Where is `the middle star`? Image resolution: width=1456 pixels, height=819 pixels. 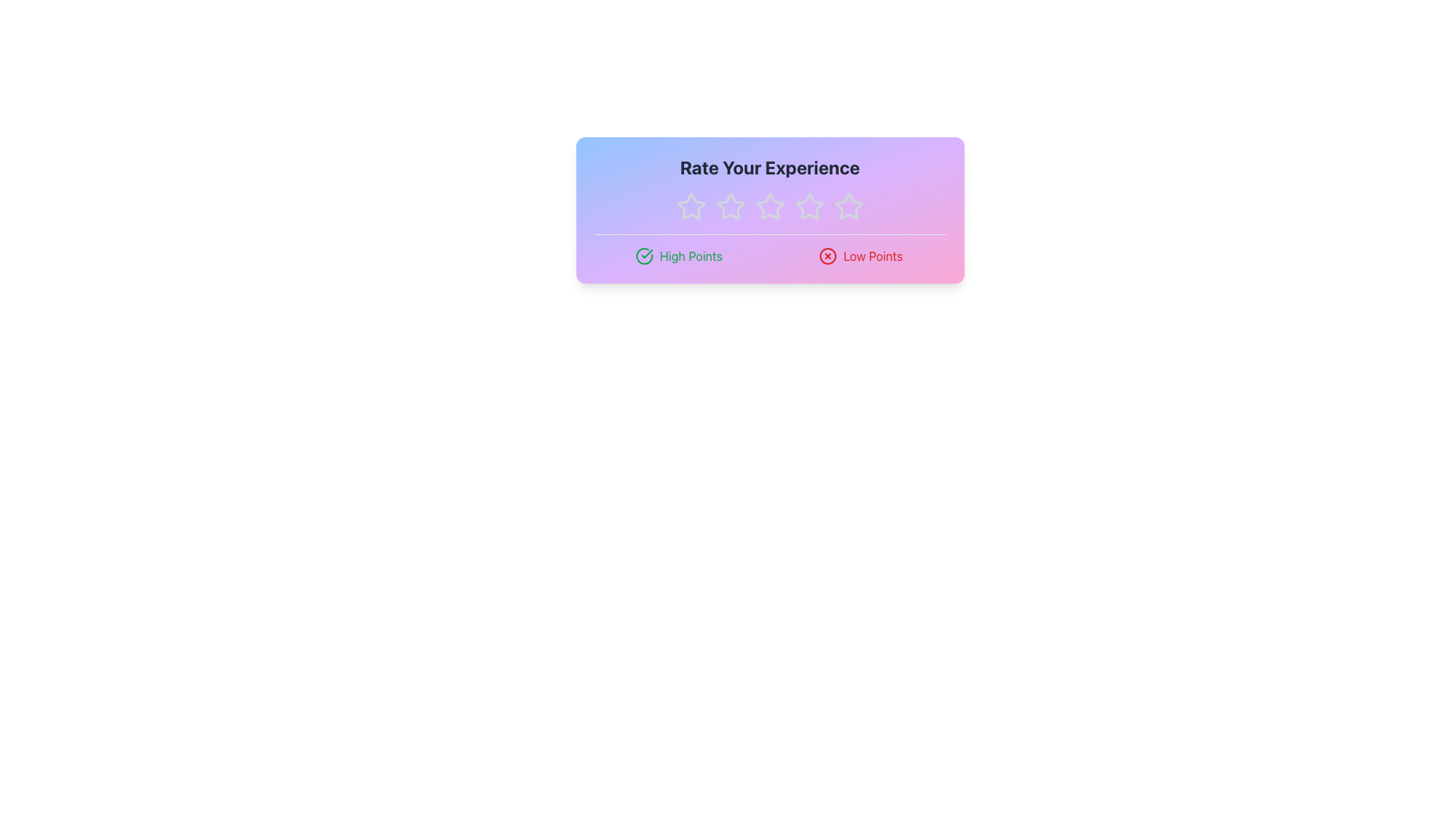
the middle star is located at coordinates (769, 206).